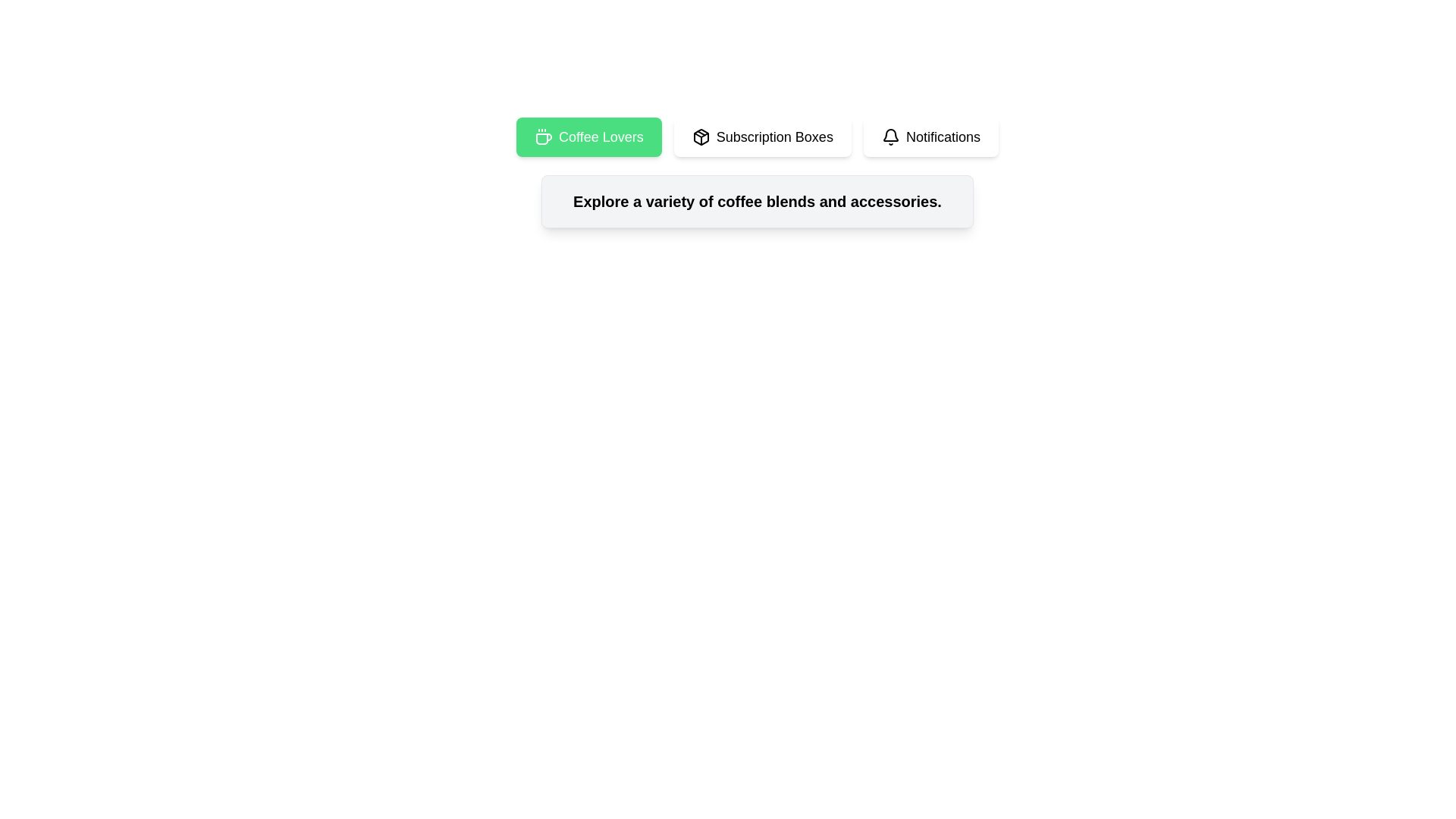 This screenshot has width=1456, height=819. What do you see at coordinates (544, 137) in the screenshot?
I see `the SVG icon that visually represents the coffee theme, located at the start of the 'Coffee Lovers' button` at bounding box center [544, 137].